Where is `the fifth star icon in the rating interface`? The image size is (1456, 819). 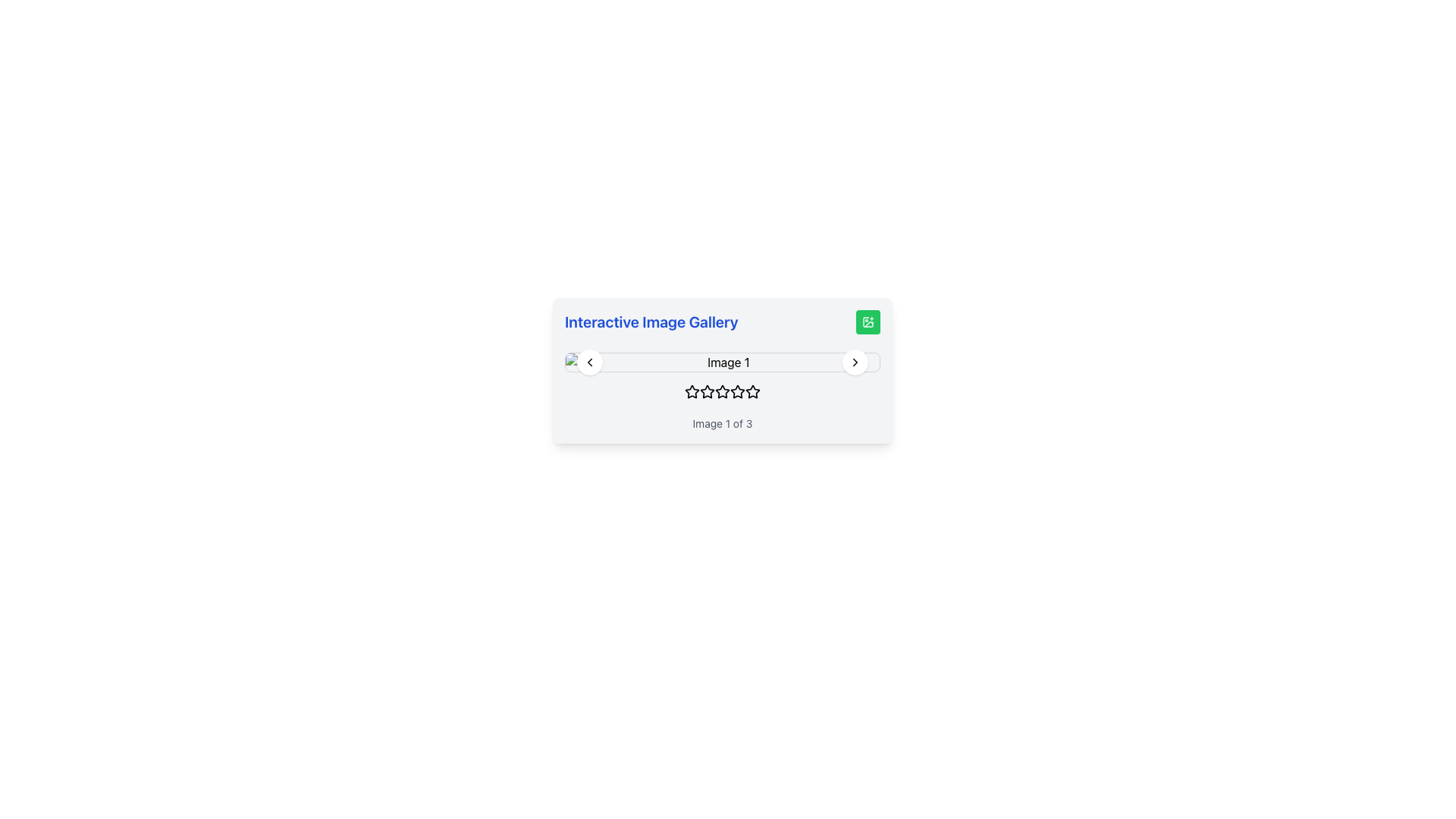 the fifth star icon in the rating interface is located at coordinates (752, 391).